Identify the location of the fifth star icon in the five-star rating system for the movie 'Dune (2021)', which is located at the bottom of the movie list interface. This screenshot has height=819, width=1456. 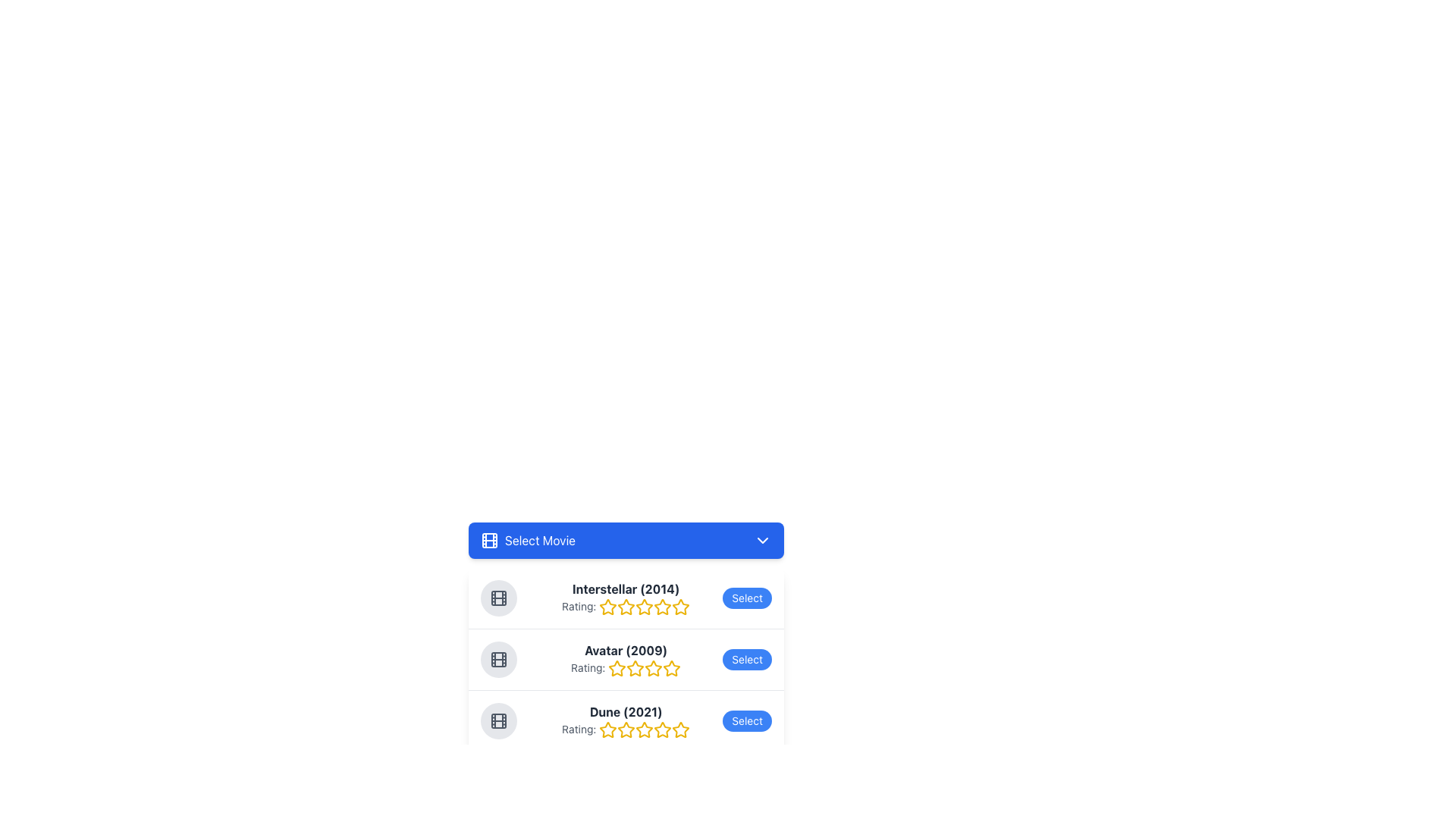
(645, 730).